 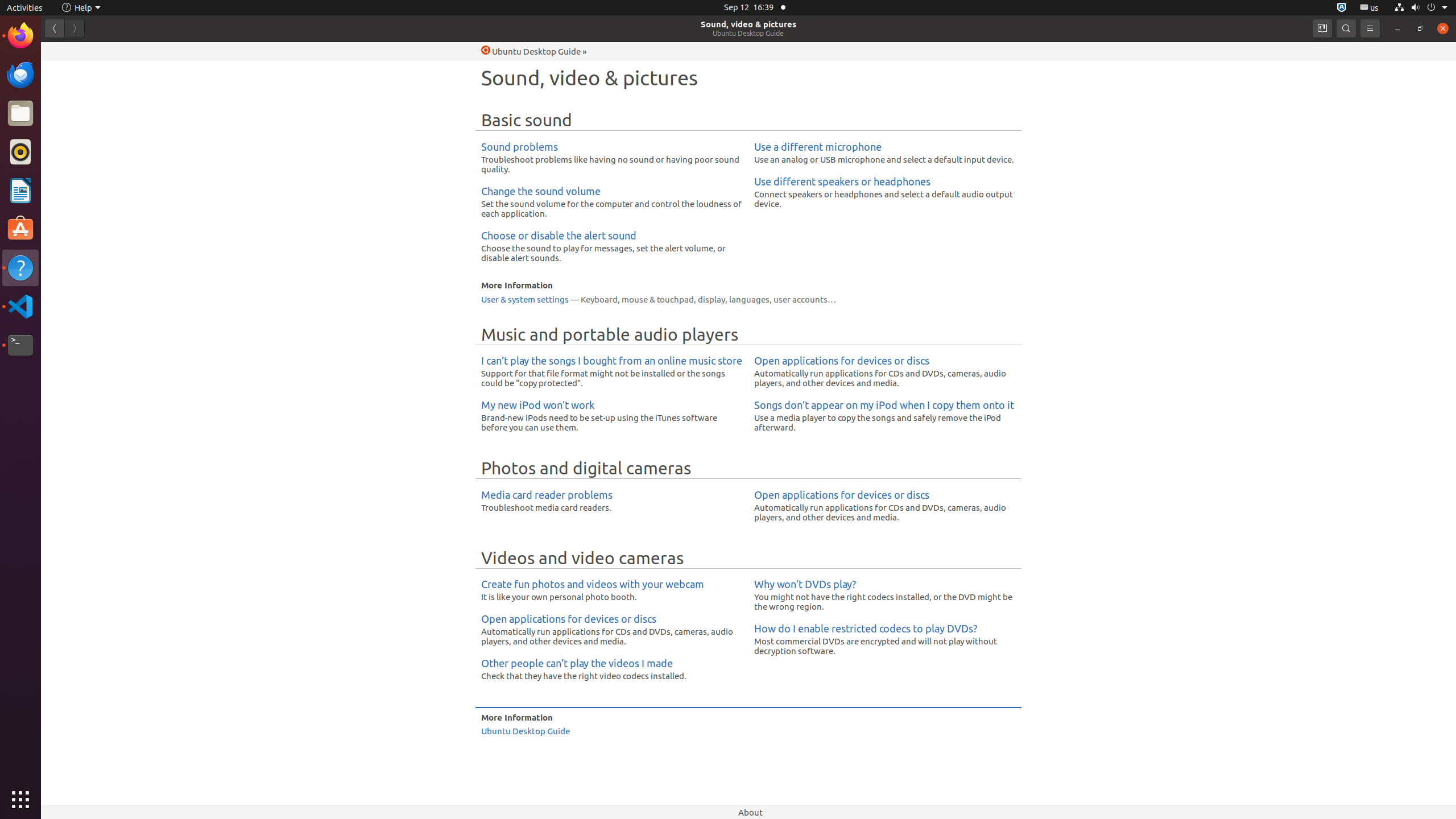 I want to click on 'Restore', so click(x=1420, y=28).